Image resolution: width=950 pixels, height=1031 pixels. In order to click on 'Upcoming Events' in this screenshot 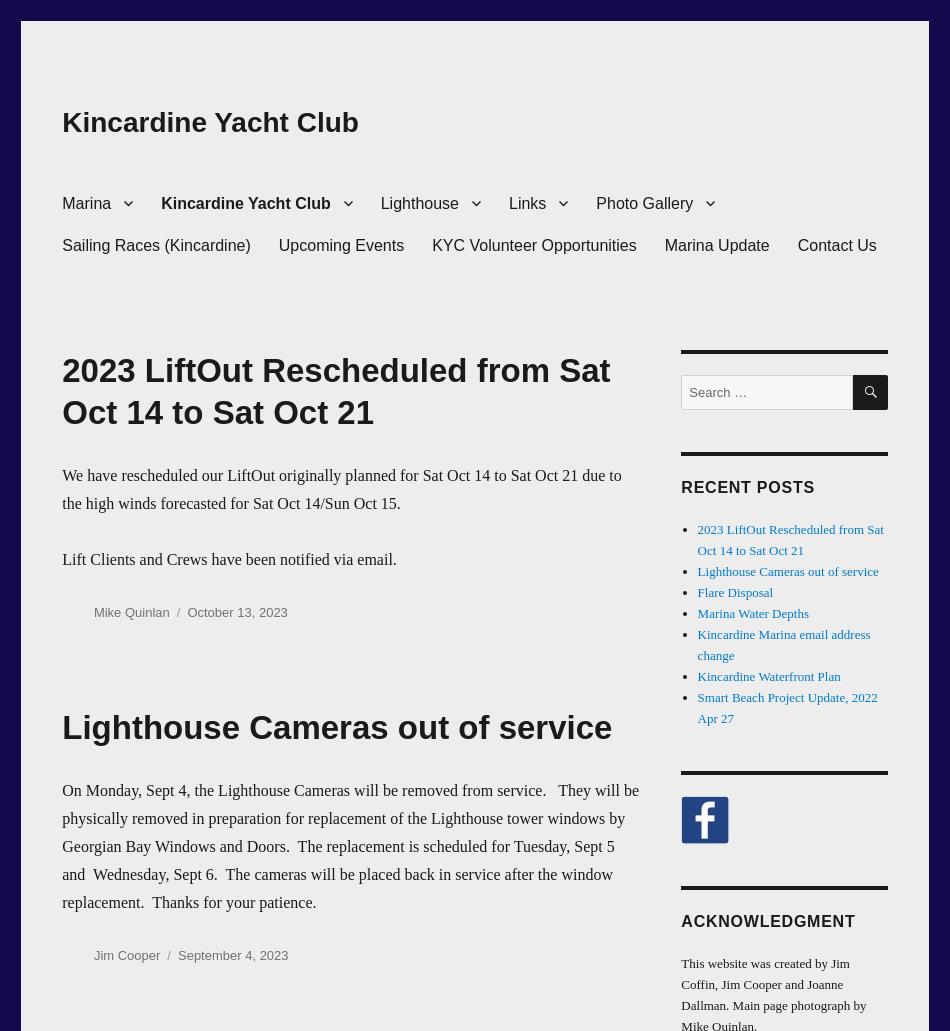, I will do `click(339, 244)`.